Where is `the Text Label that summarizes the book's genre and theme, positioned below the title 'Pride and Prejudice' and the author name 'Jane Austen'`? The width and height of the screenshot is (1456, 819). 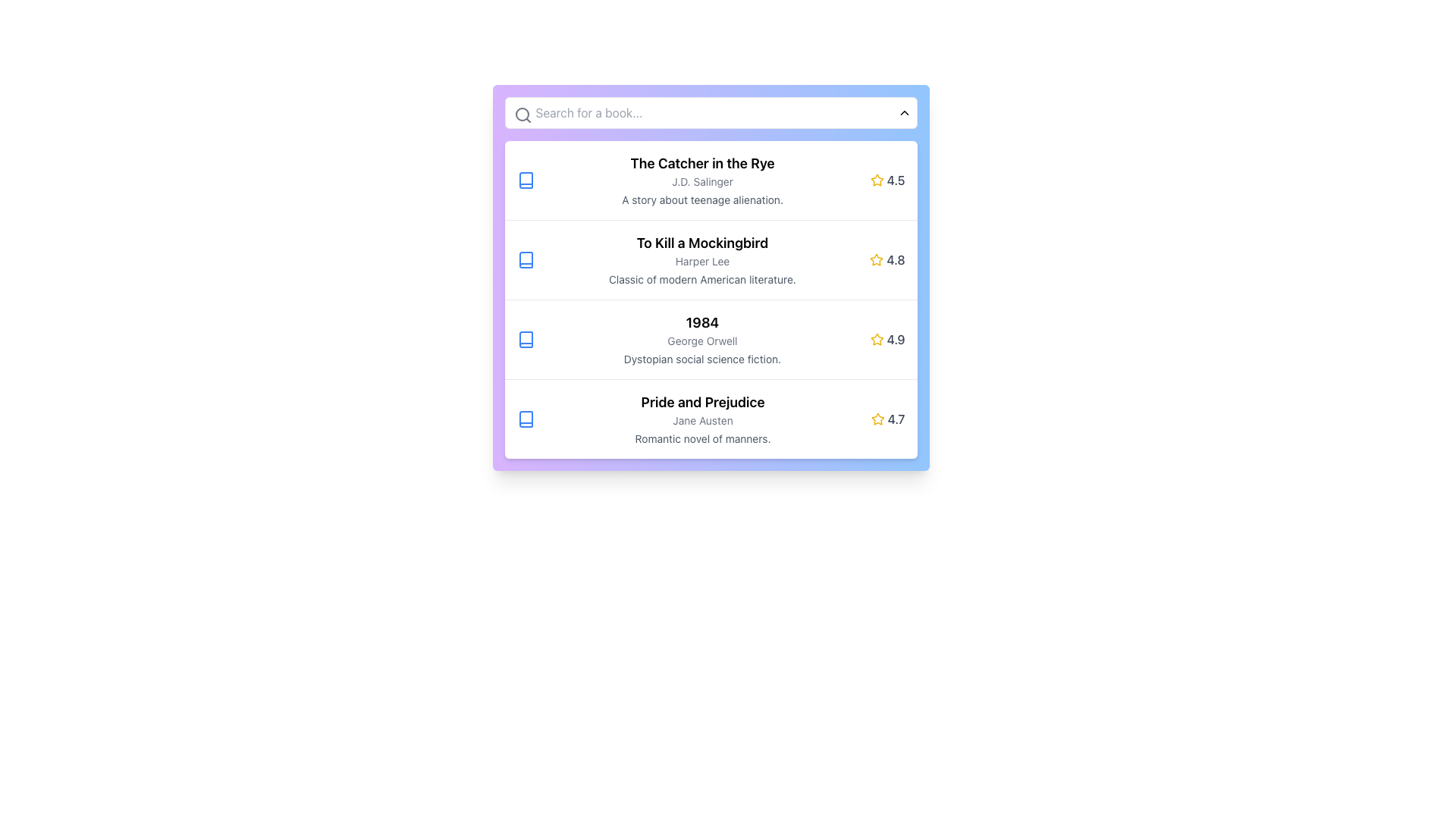 the Text Label that summarizes the book's genre and theme, positioned below the title 'Pride and Prejudice' and the author name 'Jane Austen' is located at coordinates (701, 438).